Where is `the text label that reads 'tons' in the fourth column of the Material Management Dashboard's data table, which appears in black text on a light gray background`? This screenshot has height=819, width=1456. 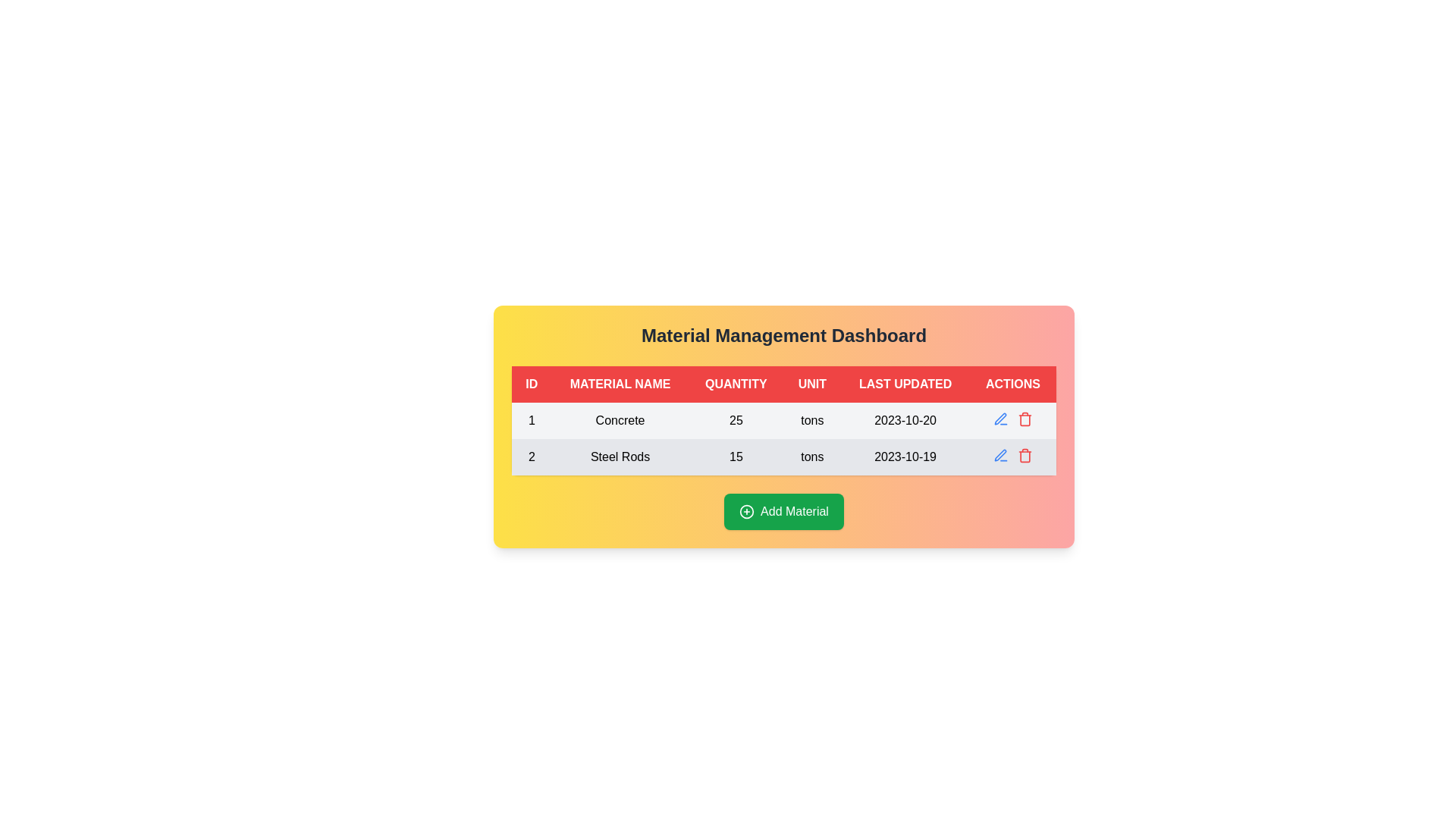 the text label that reads 'tons' in the fourth column of the Material Management Dashboard's data table, which appears in black text on a light gray background is located at coordinates (811, 421).